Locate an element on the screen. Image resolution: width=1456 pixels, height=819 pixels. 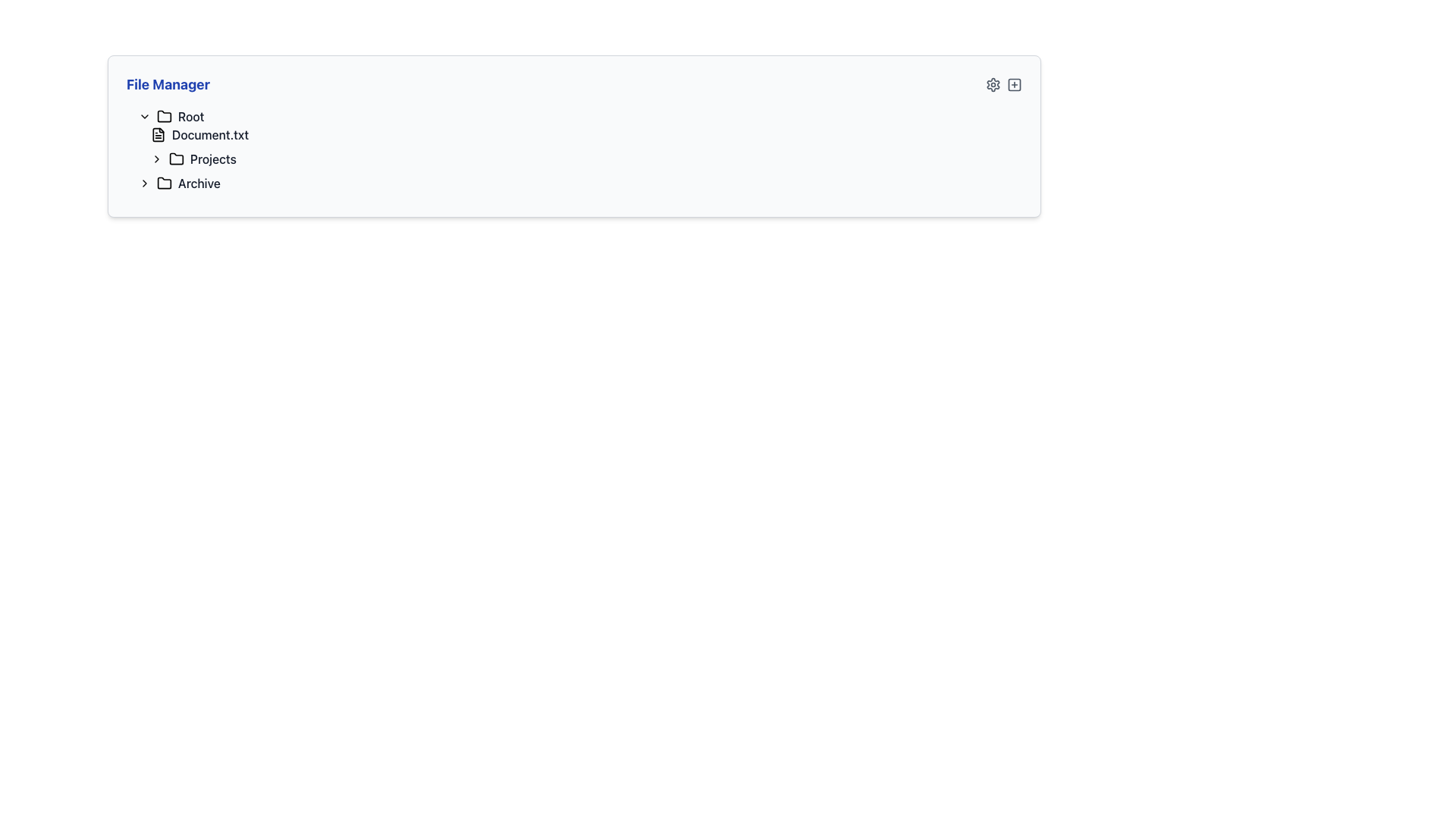
the 'Projects' folder label from the file manager interface is located at coordinates (212, 158).